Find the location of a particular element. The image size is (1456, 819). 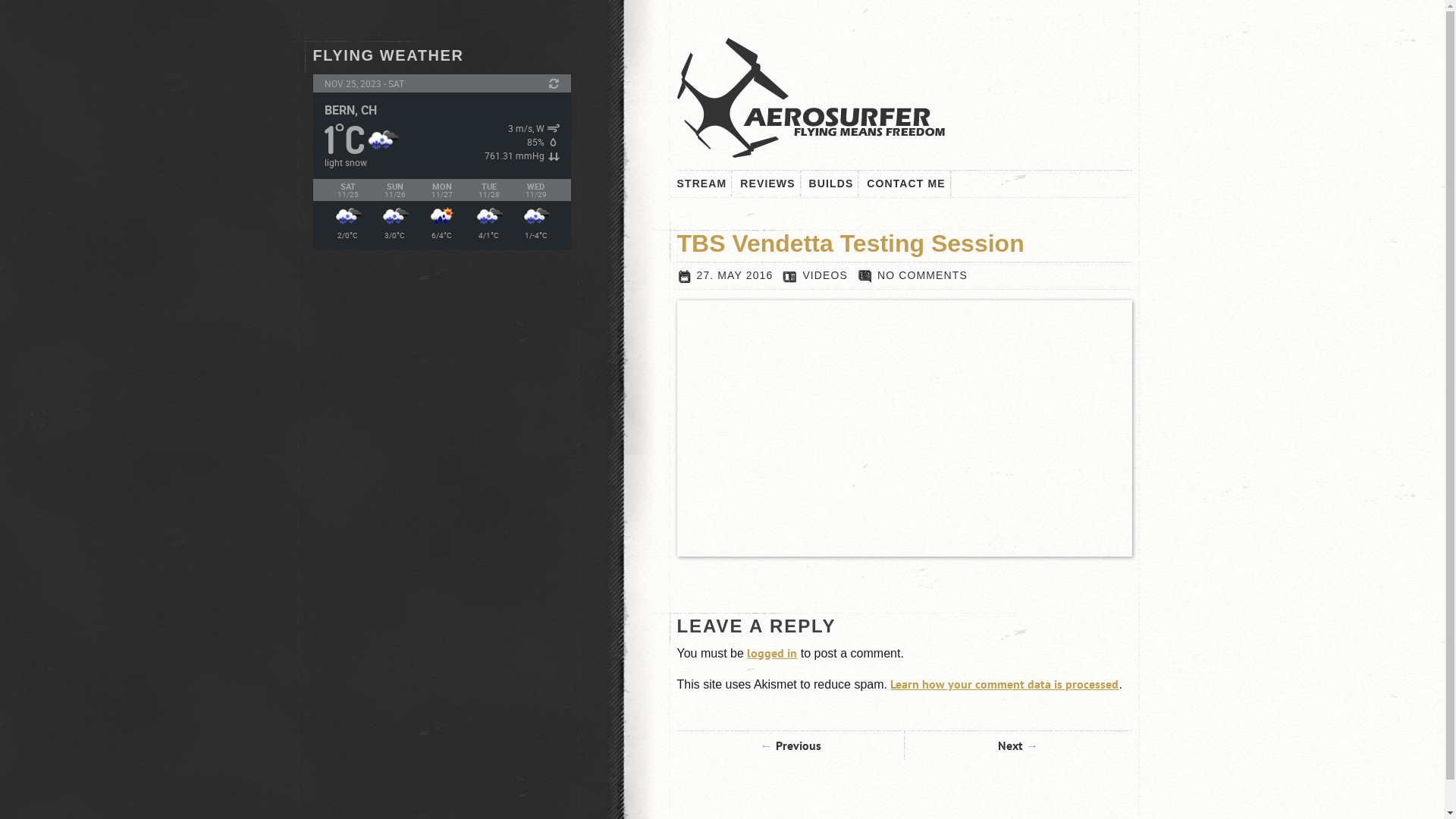

'Next' is located at coordinates (1018, 745).